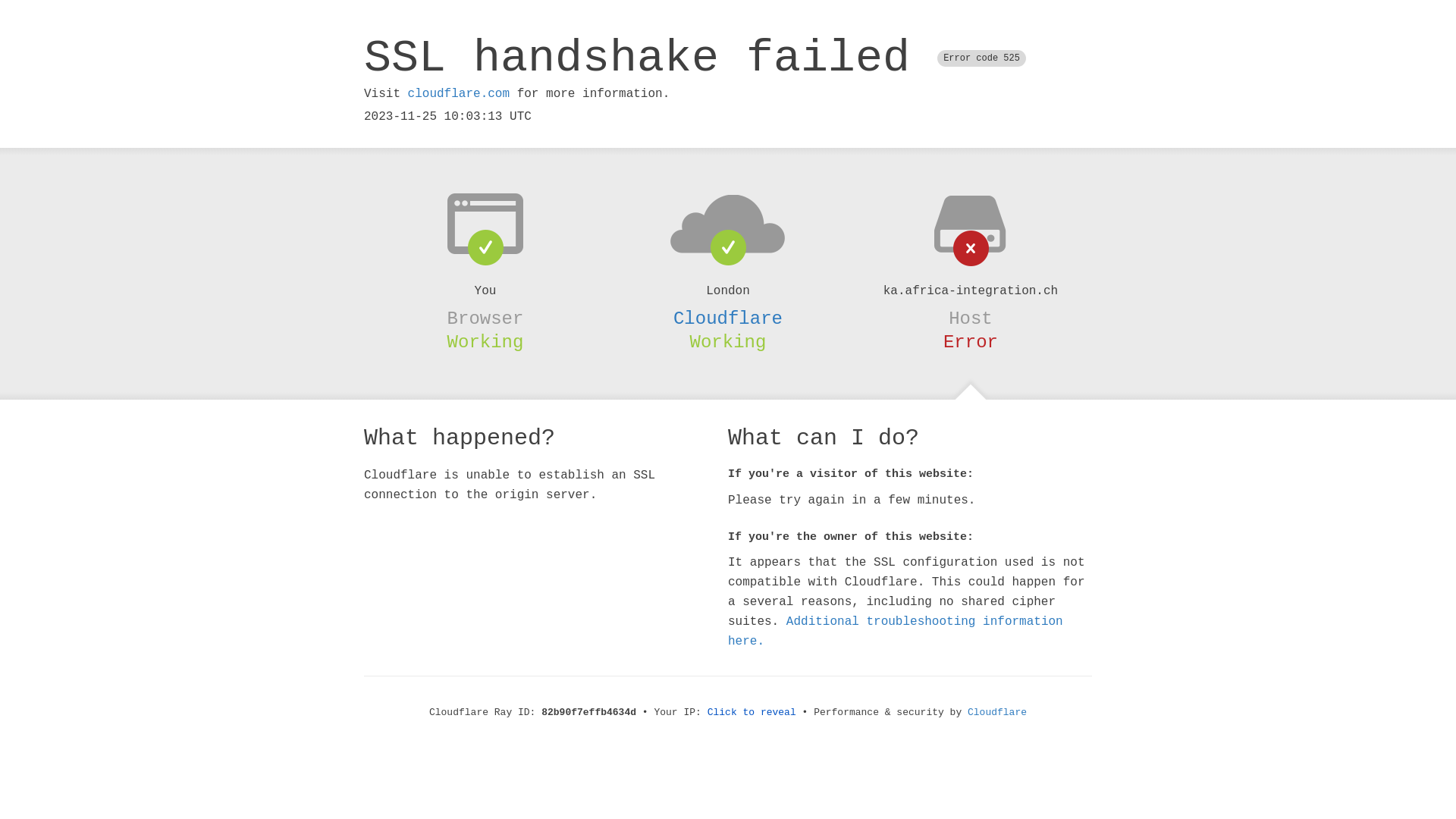 The width and height of the screenshot is (1456, 819). Describe the element at coordinates (706, 712) in the screenshot. I see `'Click to reveal'` at that location.